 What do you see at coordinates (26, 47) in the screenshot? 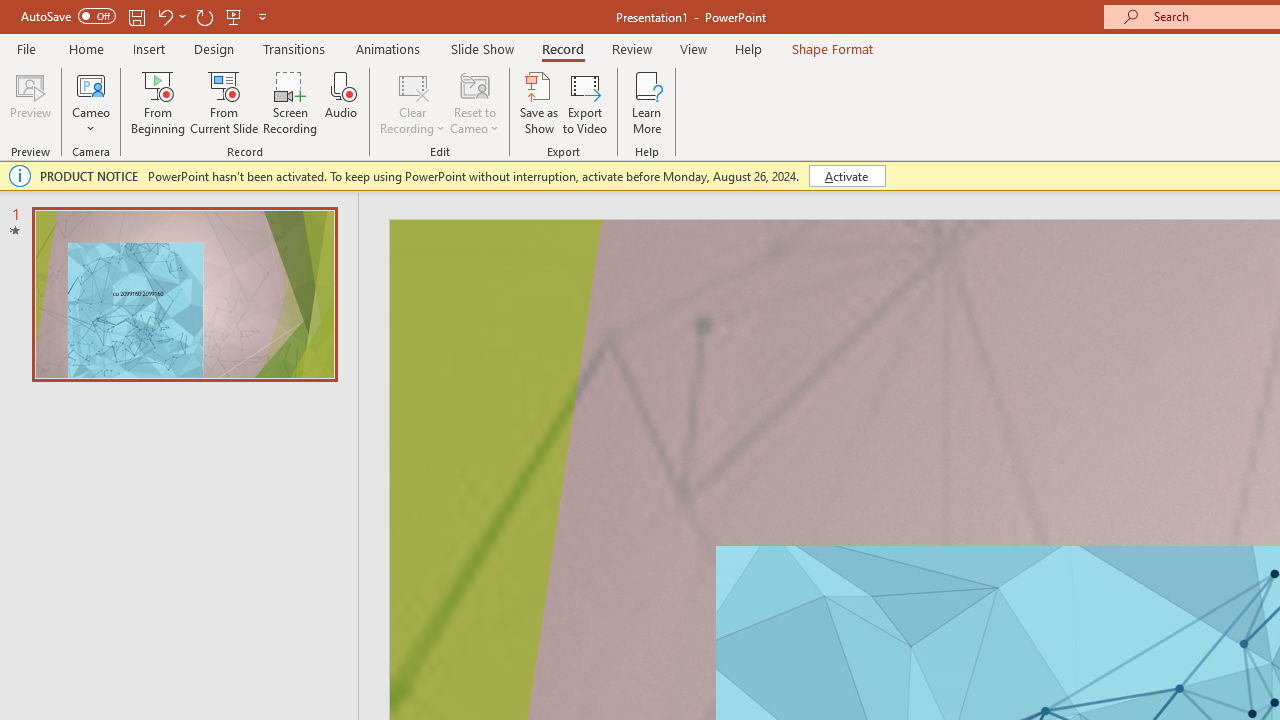
I see `'File Tab'` at bounding box center [26, 47].